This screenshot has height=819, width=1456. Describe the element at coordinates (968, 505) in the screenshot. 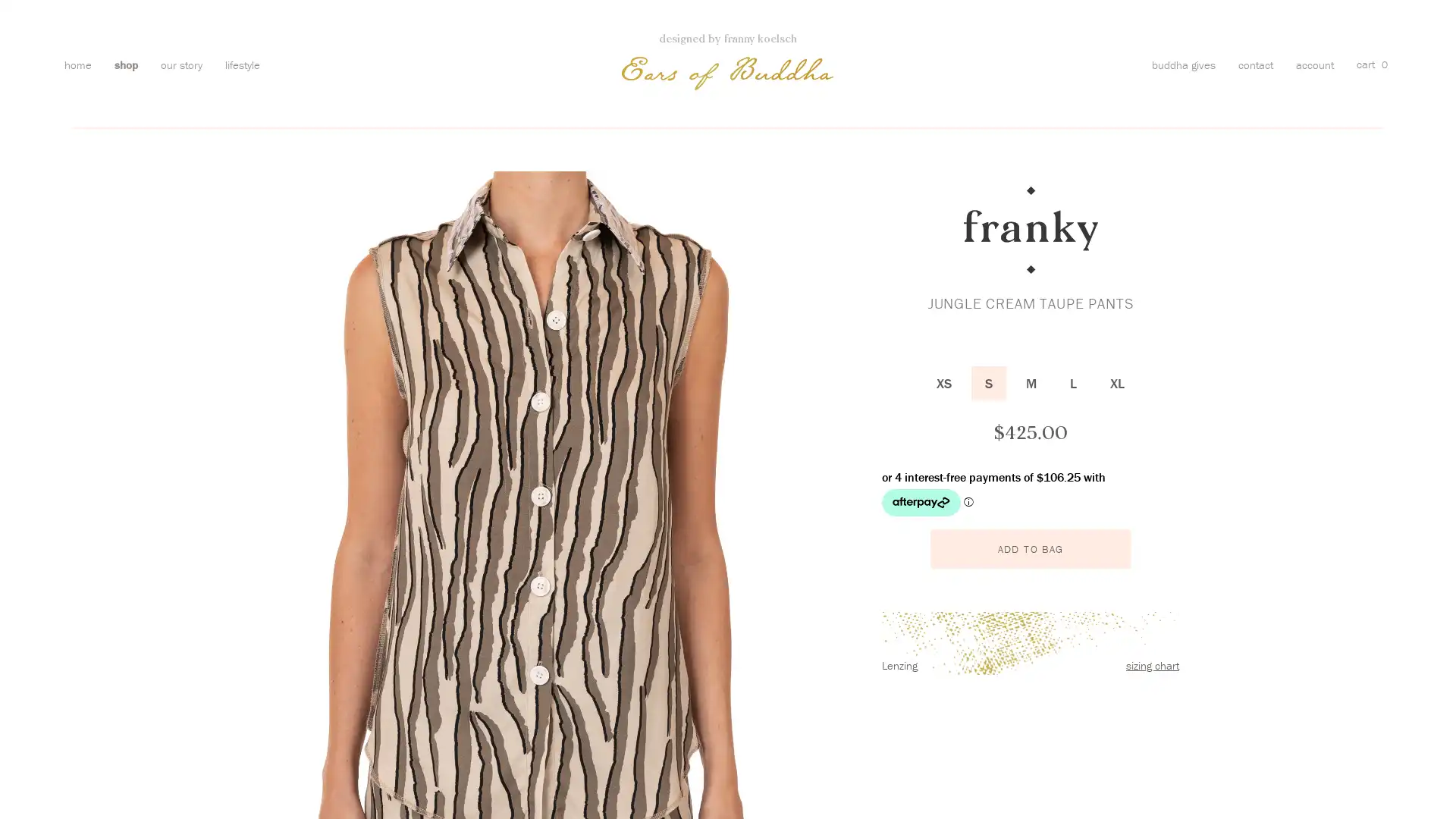

I see `Afterpay Information - Opens a dialog` at that location.